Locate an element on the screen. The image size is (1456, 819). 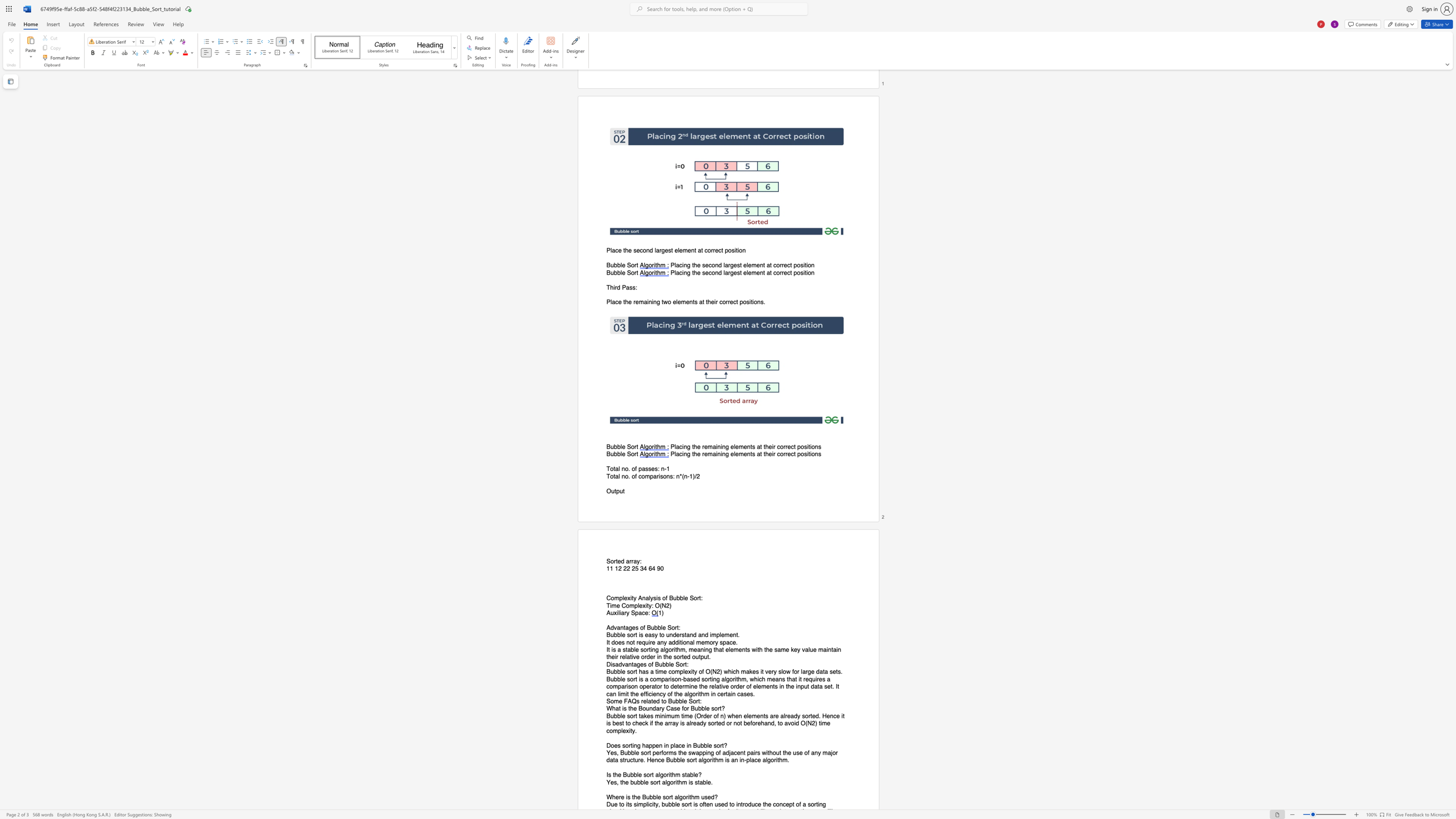
the 1th character "d" in the text is located at coordinates (623, 561).